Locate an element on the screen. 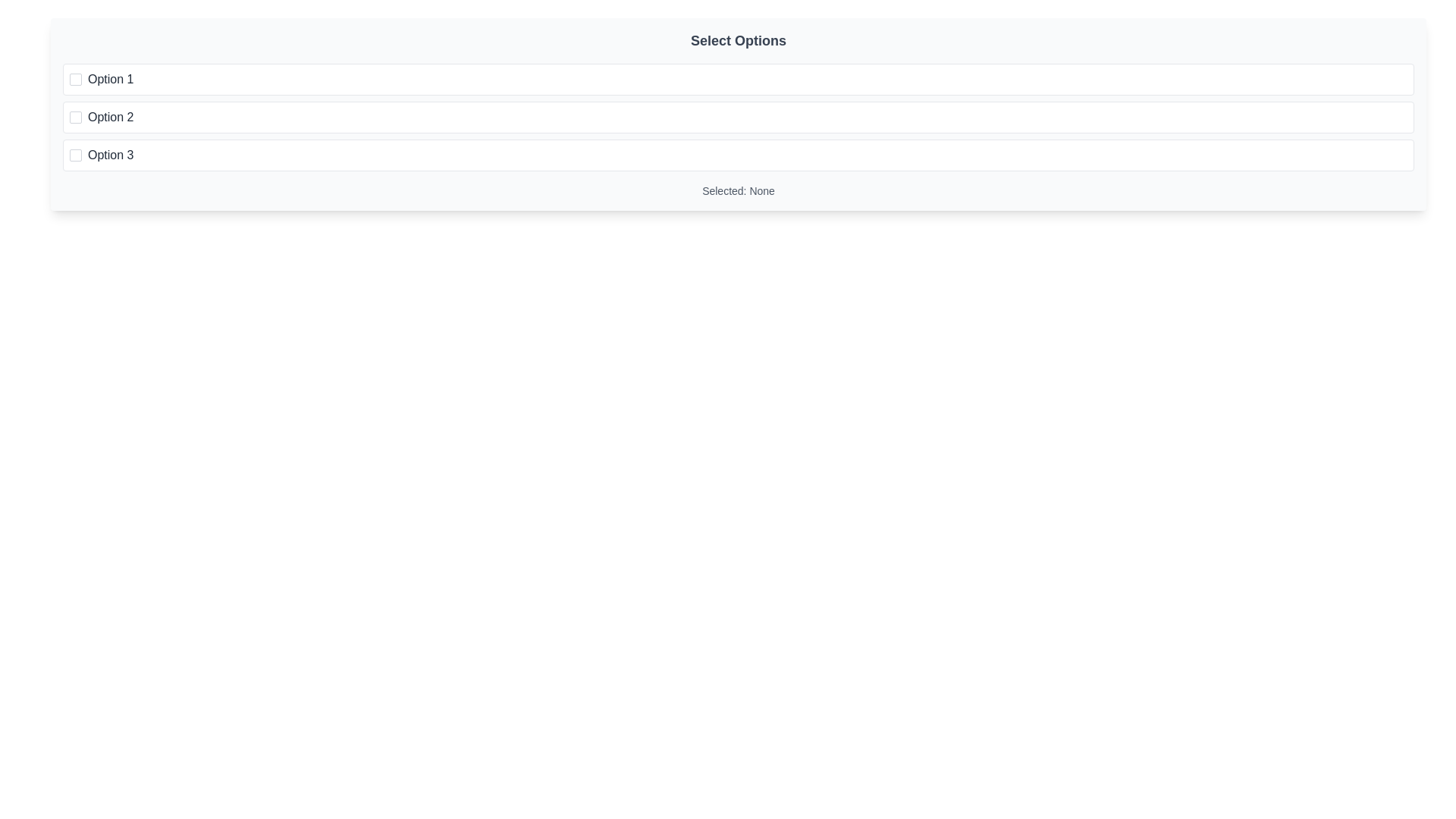  the checkbox located to the left of the text 'Option 3' is located at coordinates (75, 155).